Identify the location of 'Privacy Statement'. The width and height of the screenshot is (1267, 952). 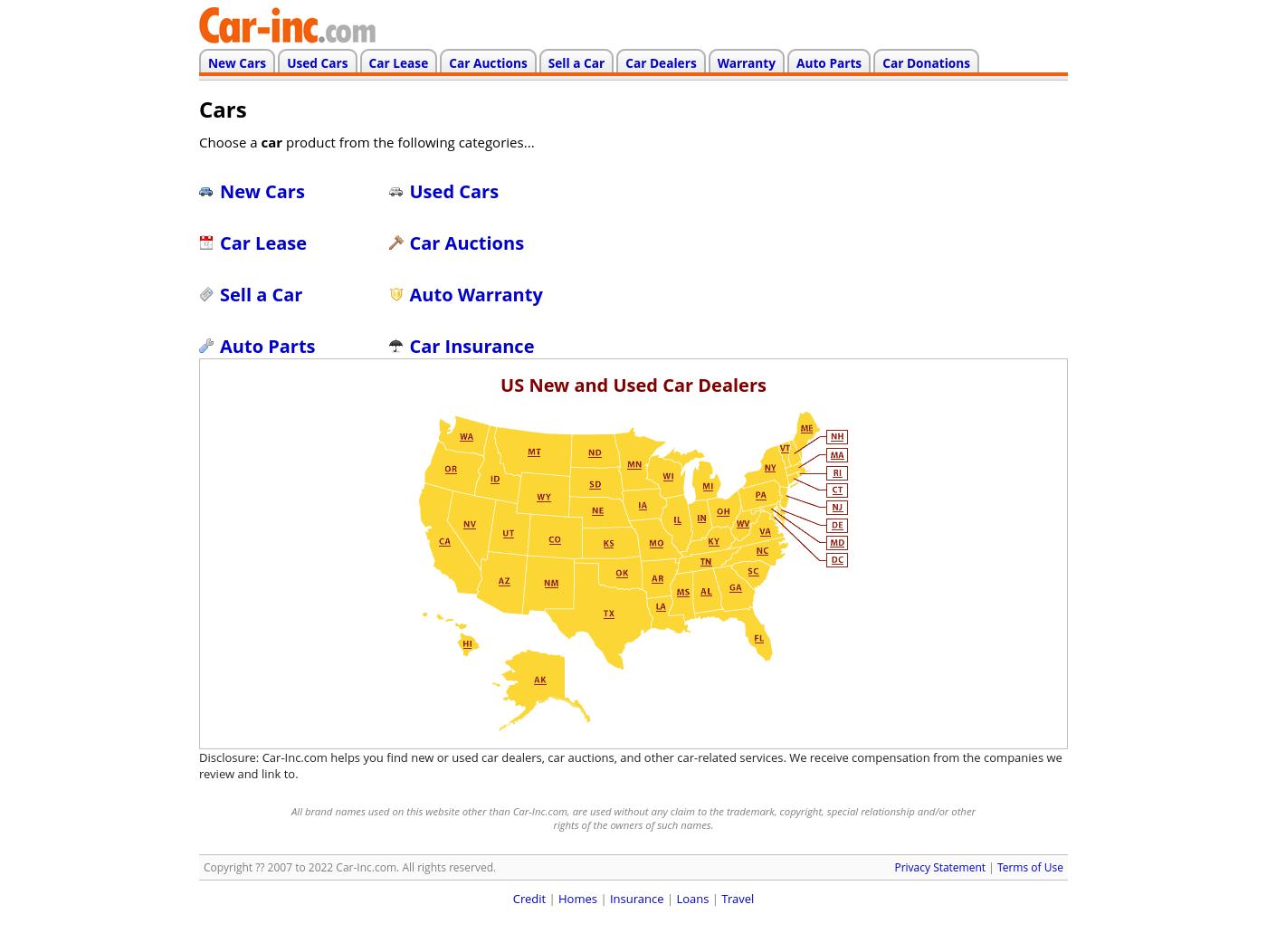
(939, 866).